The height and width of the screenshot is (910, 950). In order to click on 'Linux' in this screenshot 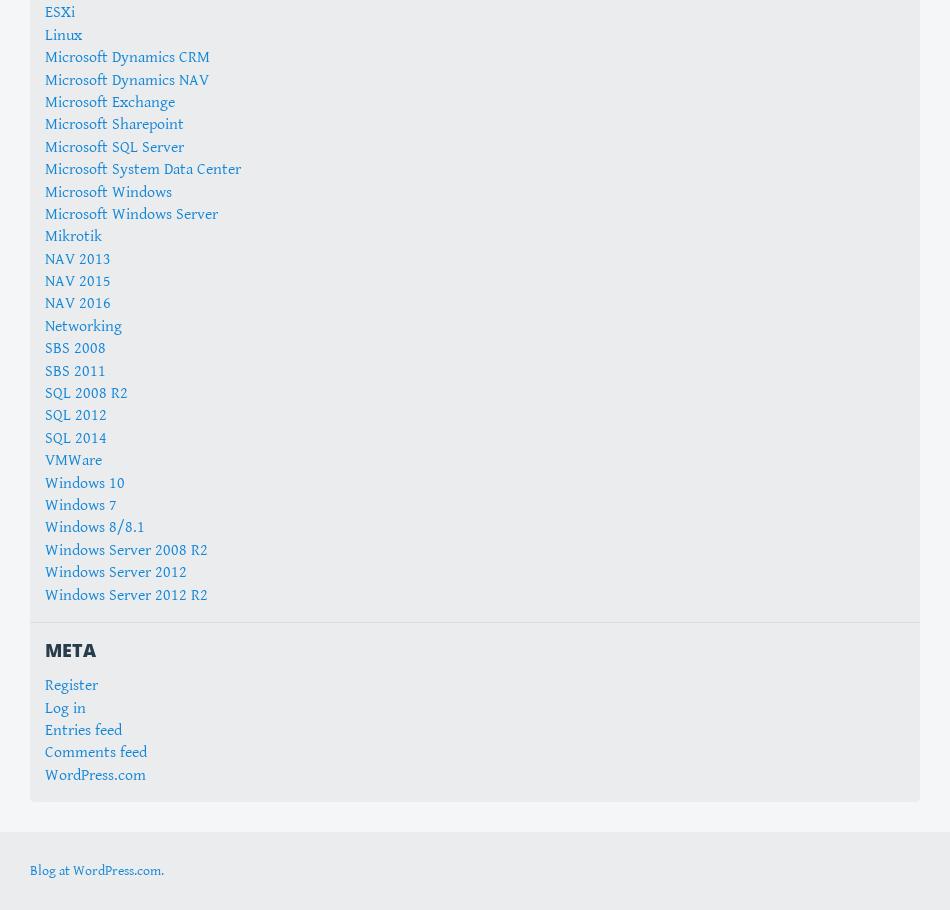, I will do `click(45, 34)`.